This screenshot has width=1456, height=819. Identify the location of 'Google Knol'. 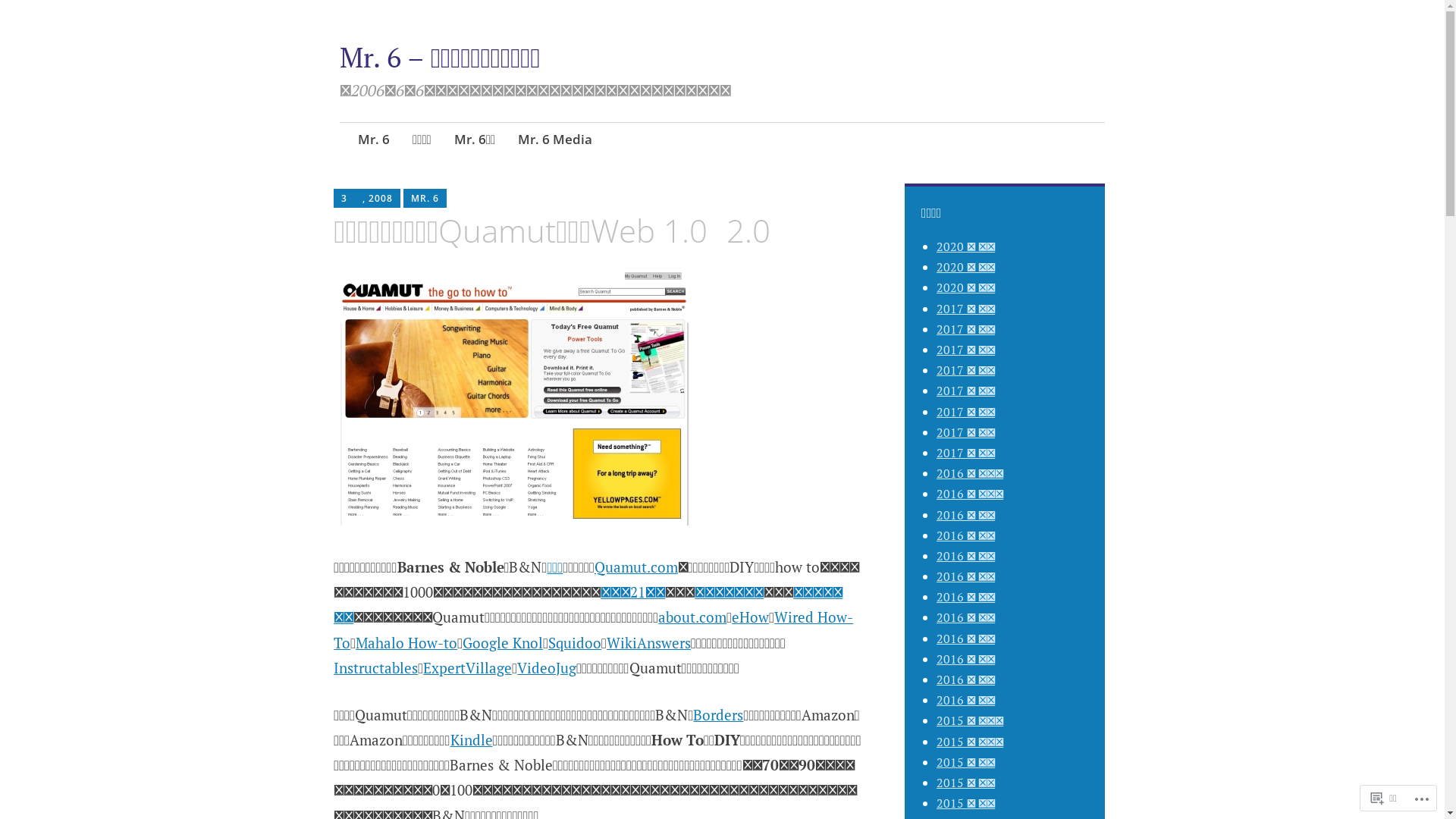
(502, 642).